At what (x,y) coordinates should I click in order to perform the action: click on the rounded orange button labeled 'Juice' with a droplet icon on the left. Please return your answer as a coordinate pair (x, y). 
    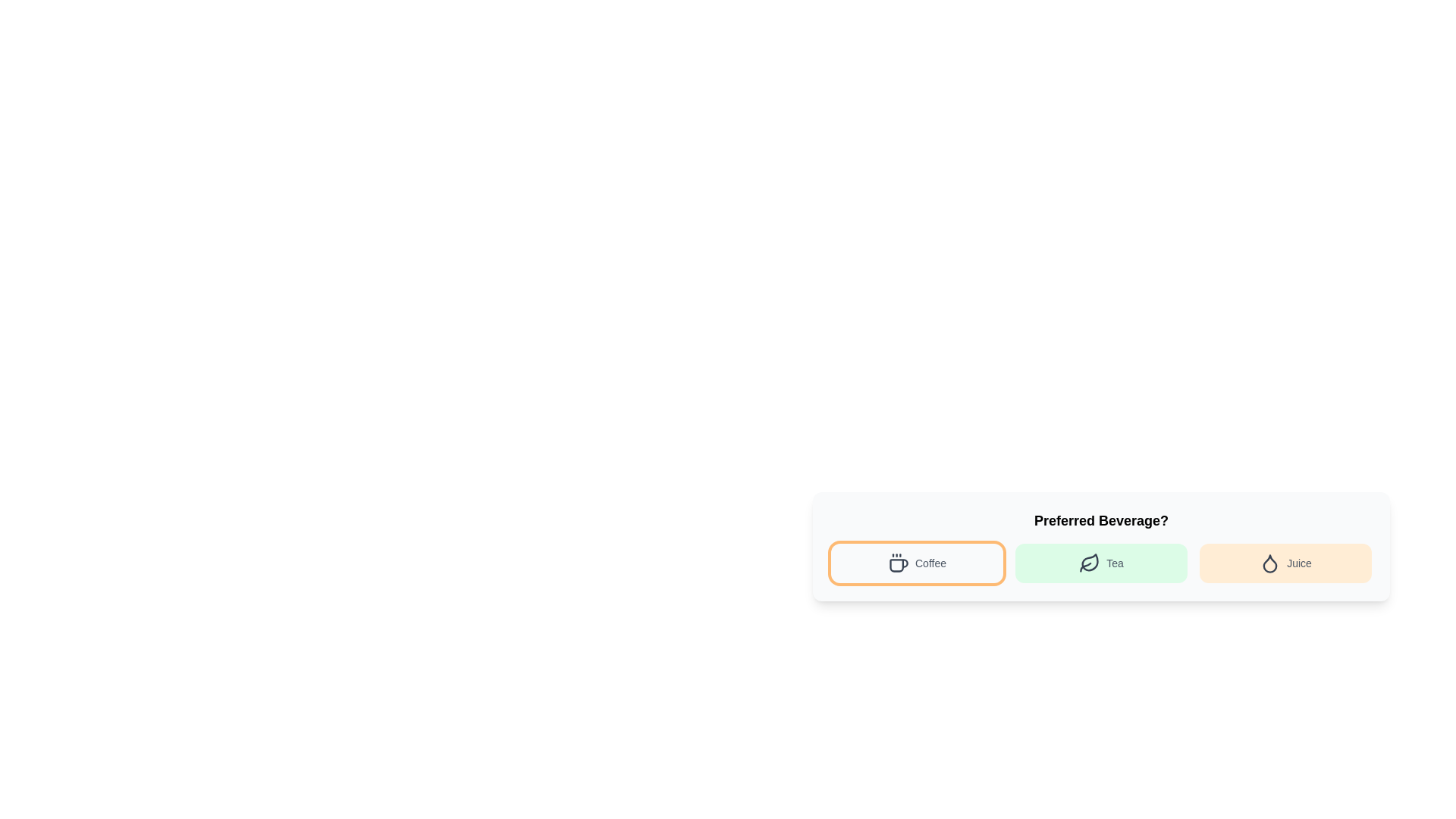
    Looking at the image, I should click on (1285, 563).